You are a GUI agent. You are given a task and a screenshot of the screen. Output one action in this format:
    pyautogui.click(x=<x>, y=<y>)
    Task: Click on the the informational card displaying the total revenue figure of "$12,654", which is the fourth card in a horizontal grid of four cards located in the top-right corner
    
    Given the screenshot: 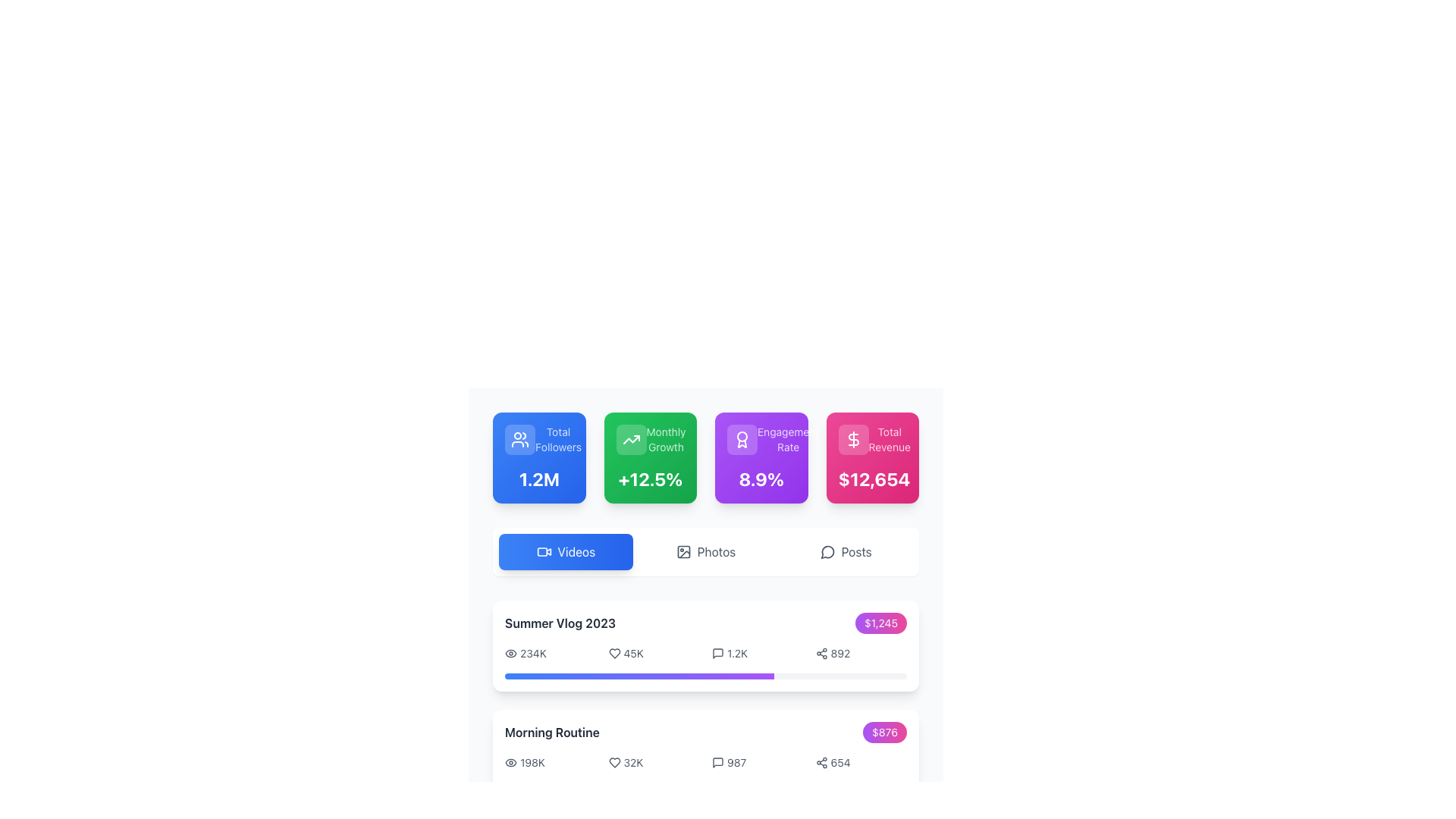 What is the action you would take?
    pyautogui.click(x=872, y=457)
    